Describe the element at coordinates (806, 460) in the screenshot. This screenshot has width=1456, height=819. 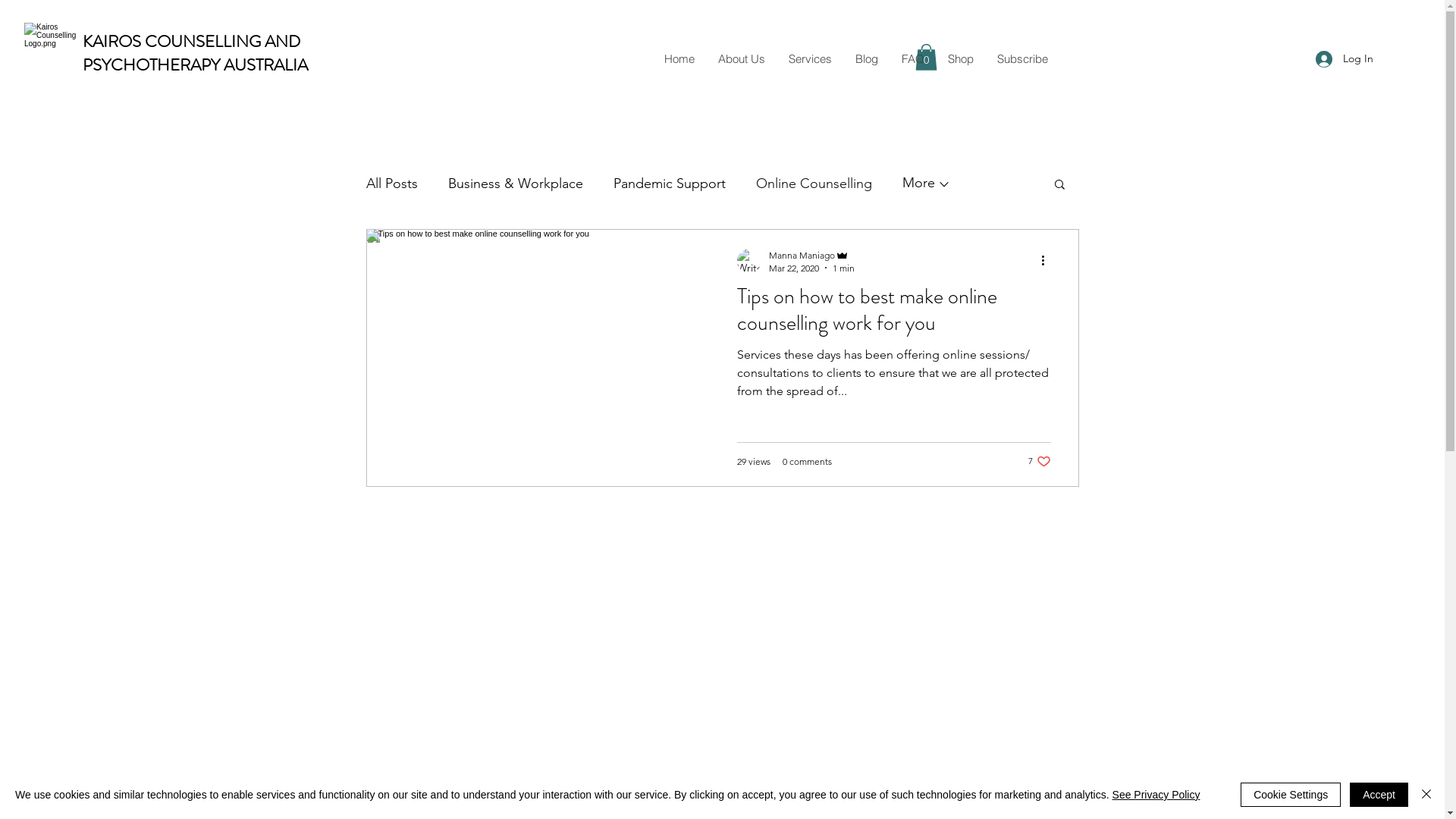
I see `'0 comments'` at that location.